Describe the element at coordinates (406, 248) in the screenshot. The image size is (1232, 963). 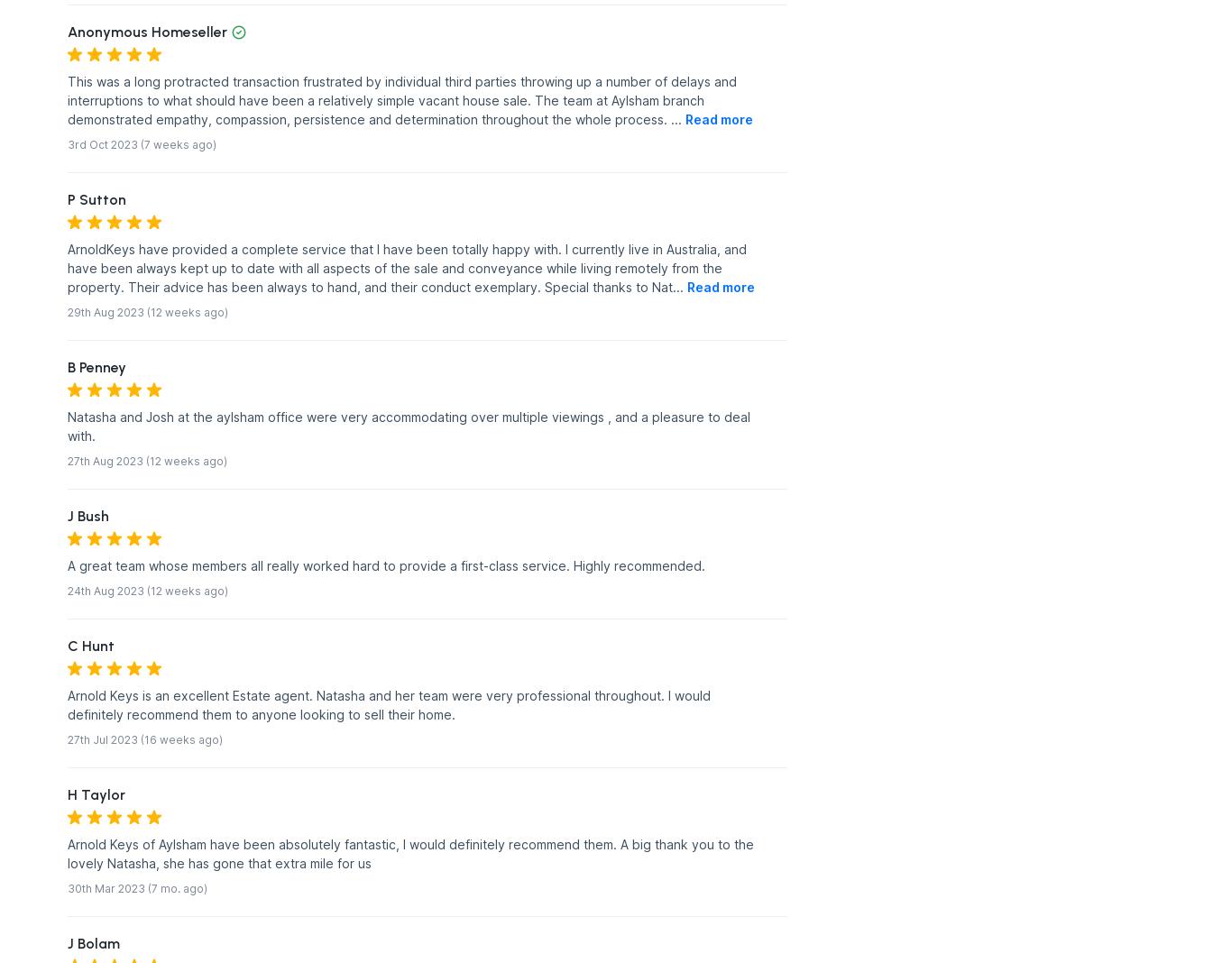
I see `'ArnoldKeys have provided a complete service that I have been totally happy with. I currently live in Australia, and'` at that location.